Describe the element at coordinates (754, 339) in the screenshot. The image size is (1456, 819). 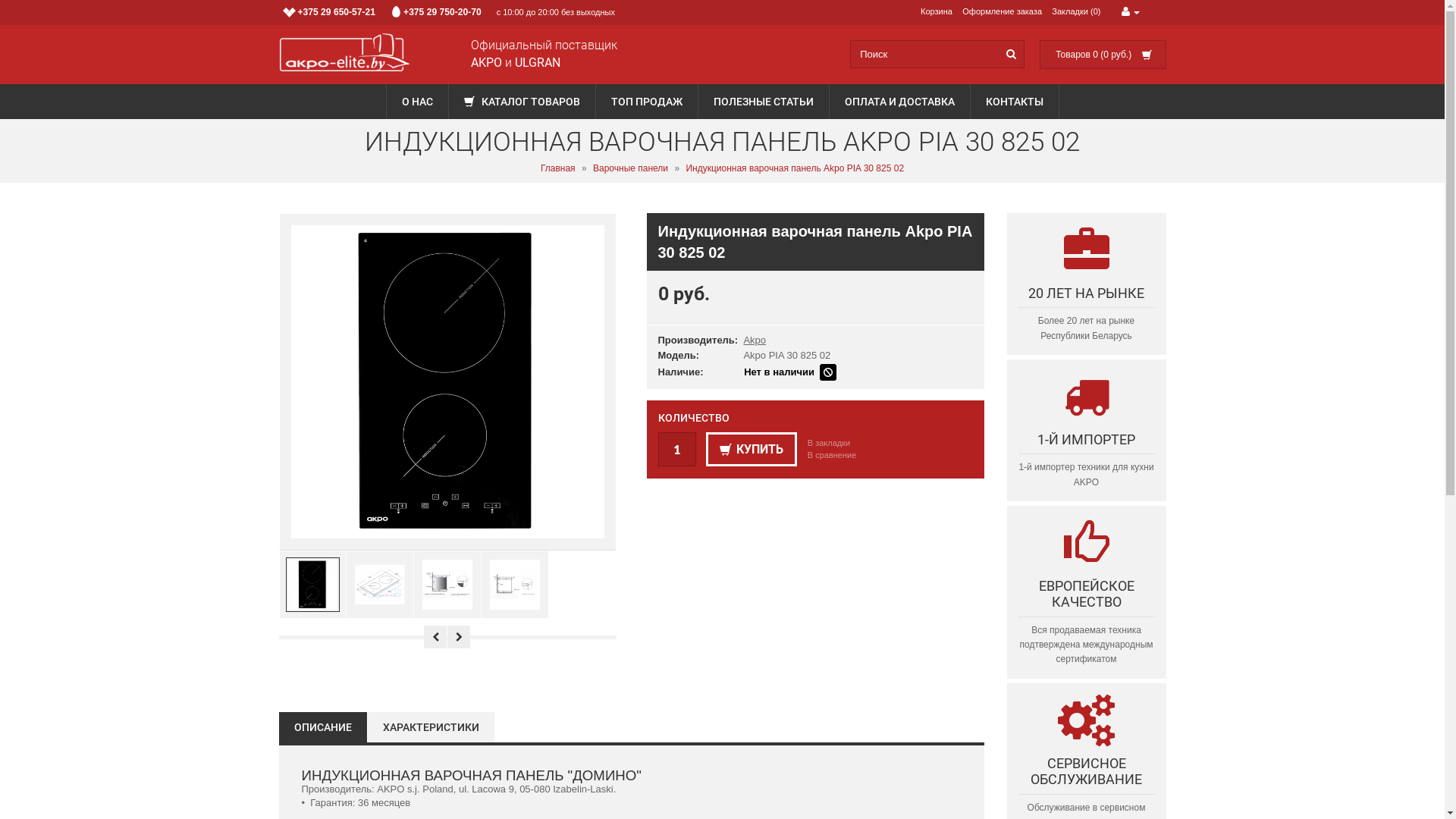
I see `'Akpo'` at that location.